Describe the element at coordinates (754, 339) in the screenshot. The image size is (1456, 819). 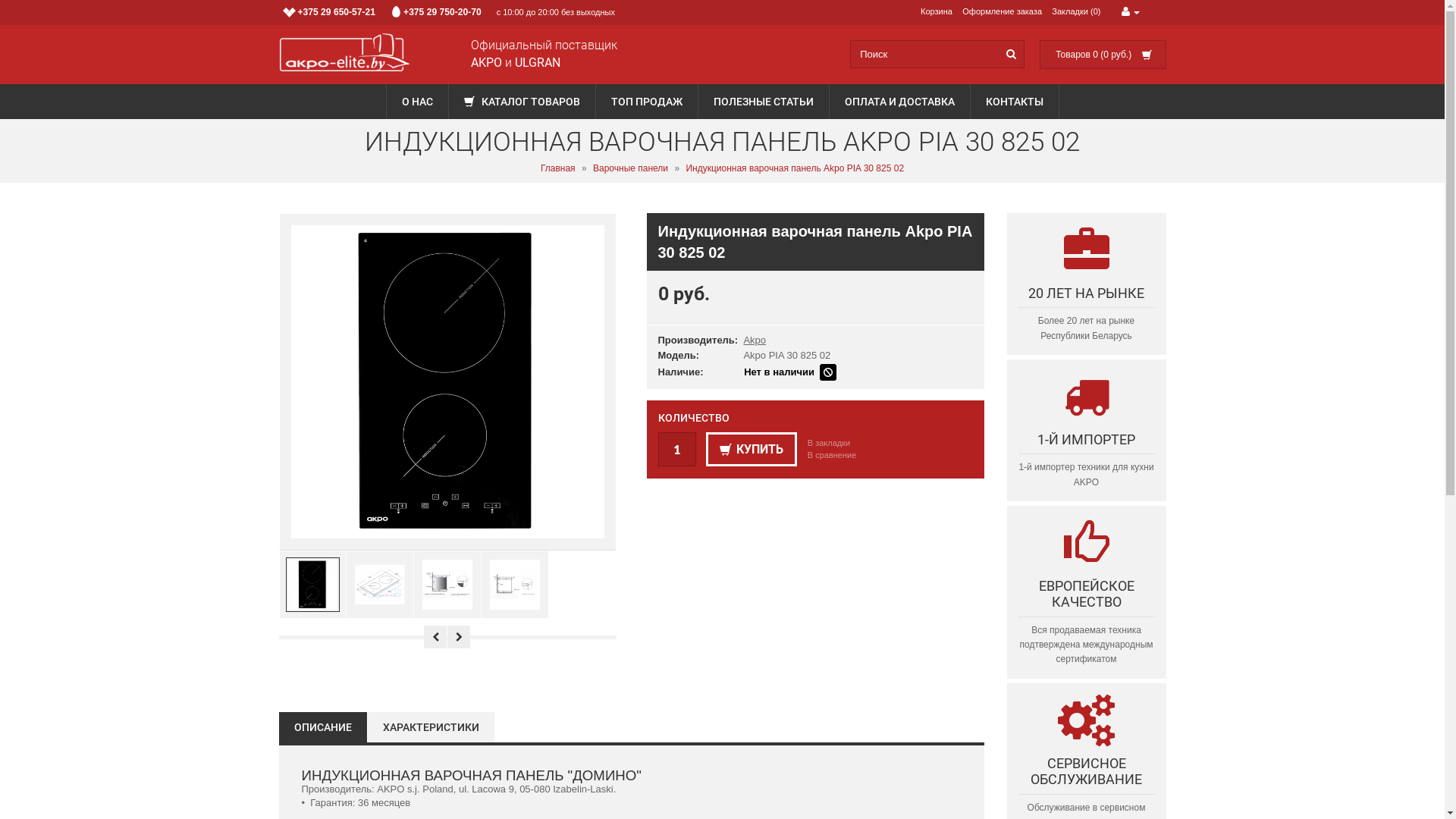
I see `'Akpo'` at that location.